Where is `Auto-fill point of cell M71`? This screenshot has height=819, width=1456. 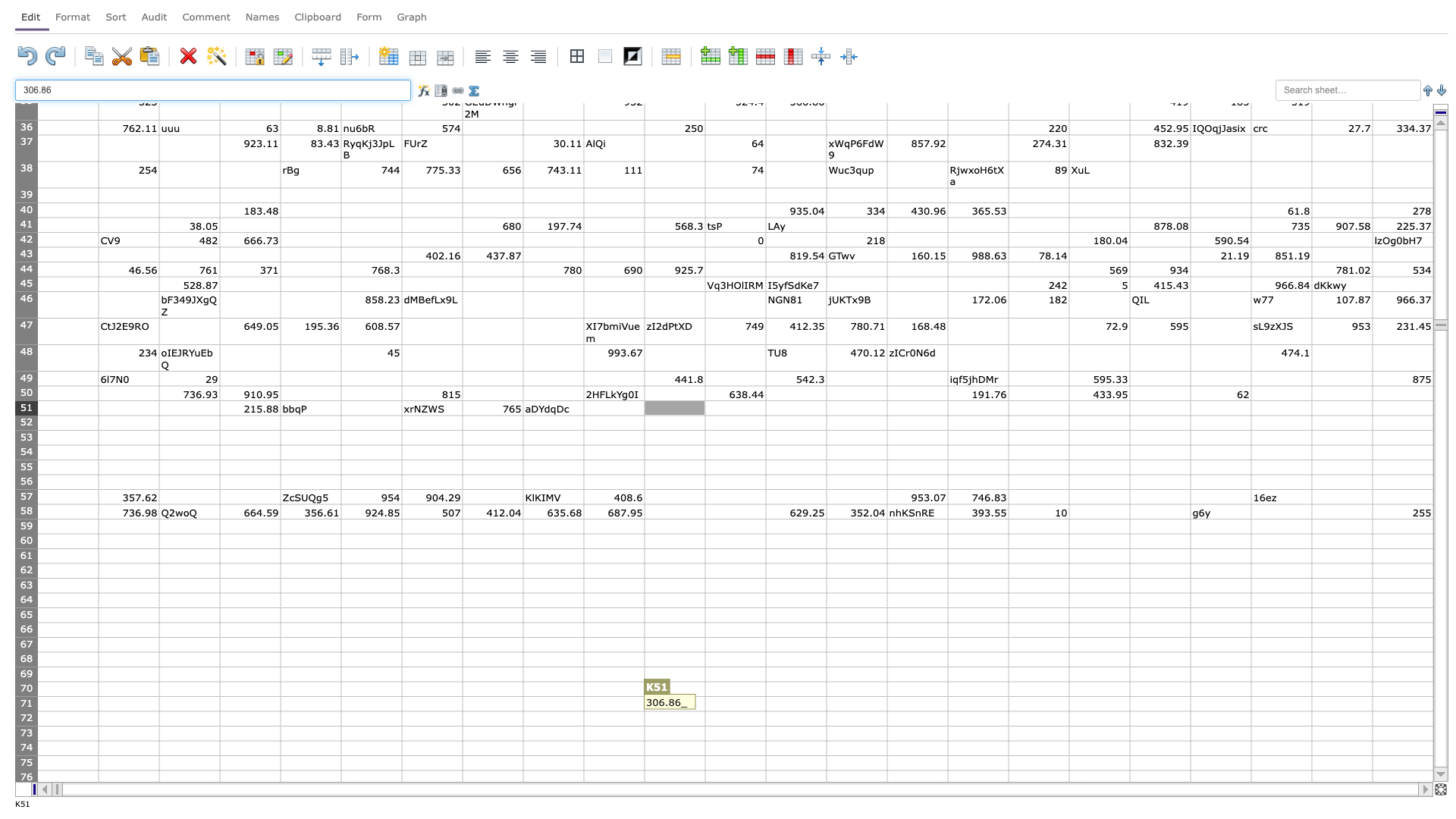 Auto-fill point of cell M71 is located at coordinates (825, 711).